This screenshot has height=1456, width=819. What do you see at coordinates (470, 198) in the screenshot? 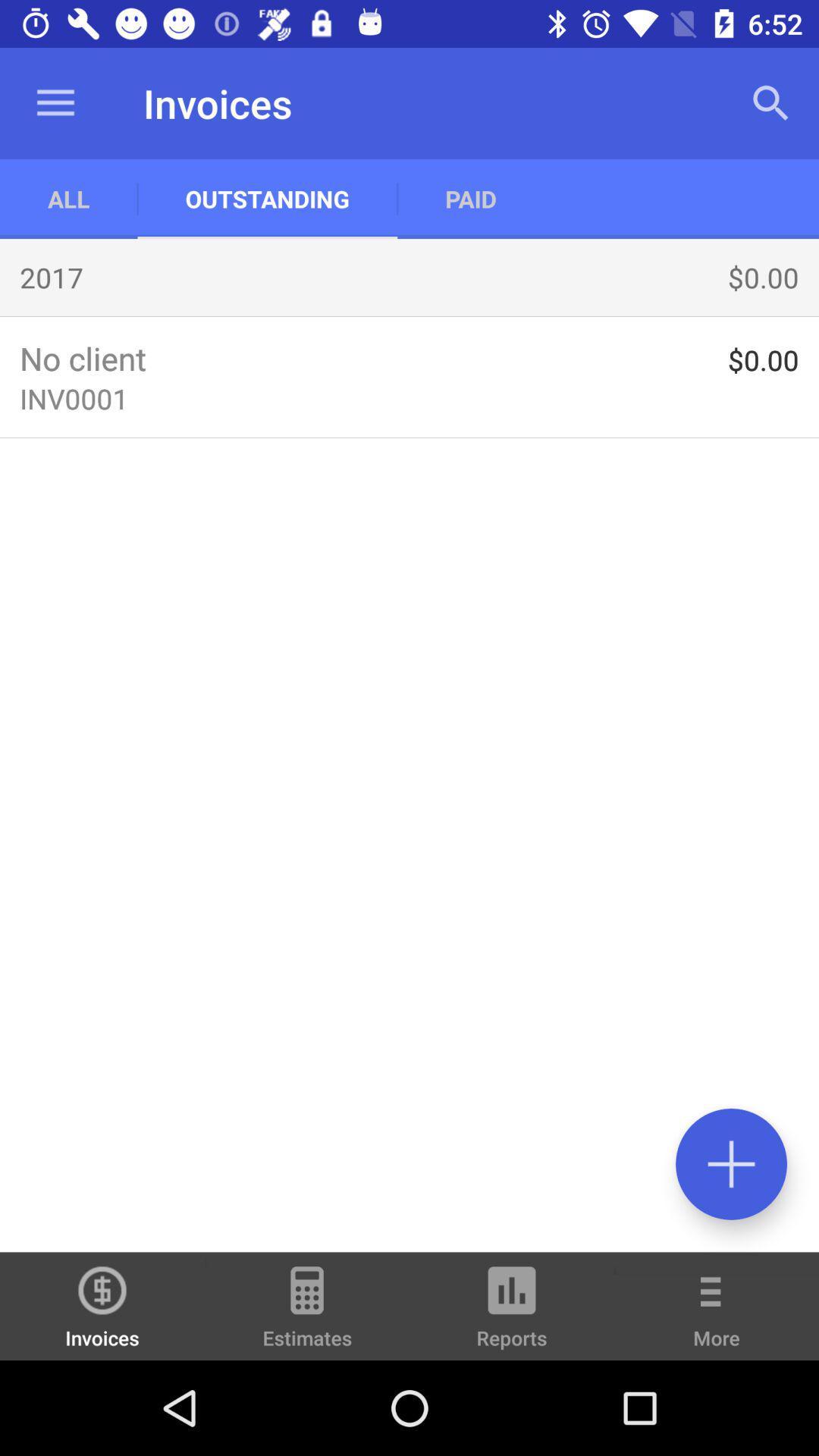
I see `paid item` at bounding box center [470, 198].